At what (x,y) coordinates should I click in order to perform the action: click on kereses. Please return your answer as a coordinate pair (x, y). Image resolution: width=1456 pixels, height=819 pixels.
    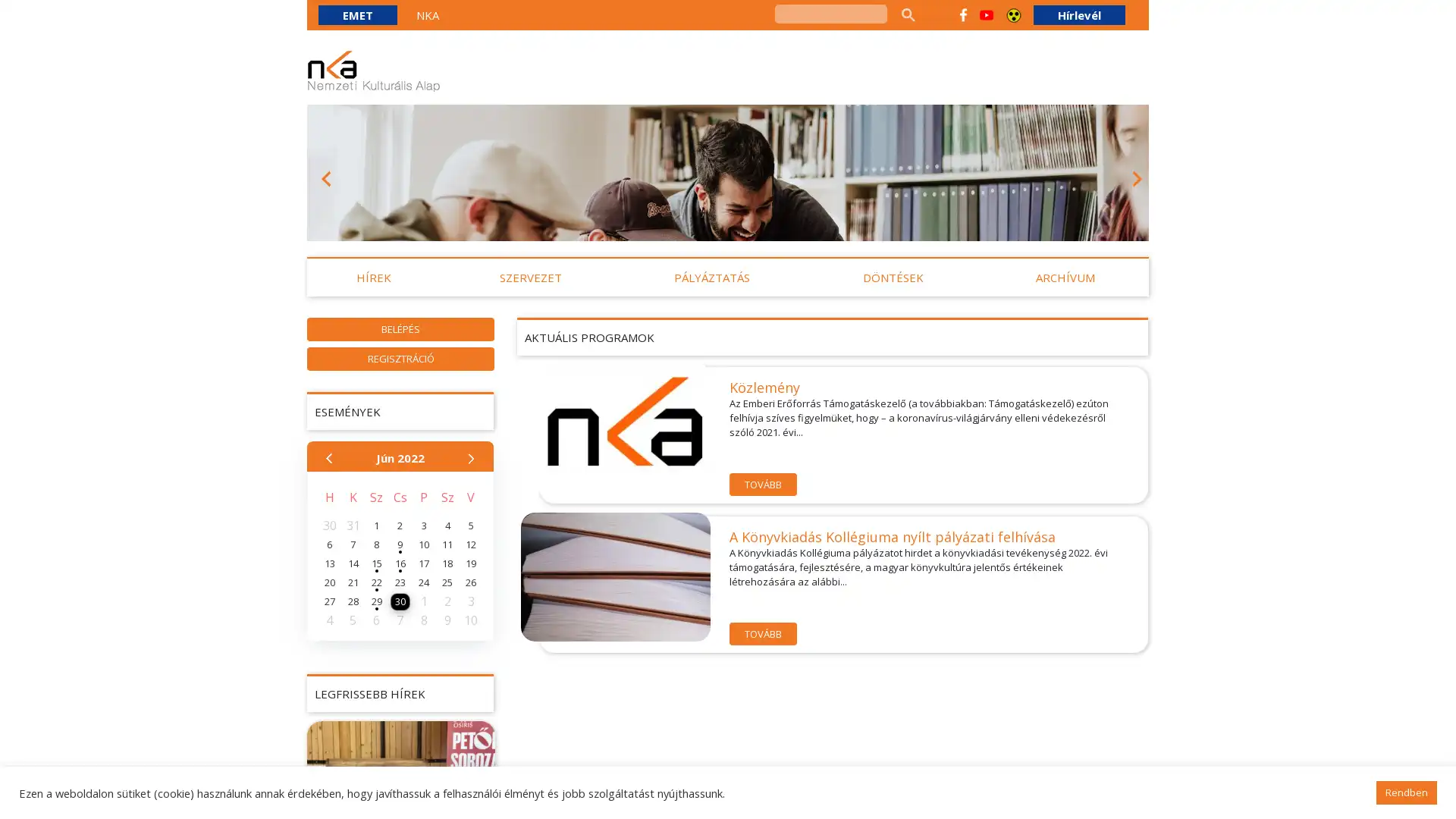
    Looking at the image, I should click on (907, 14).